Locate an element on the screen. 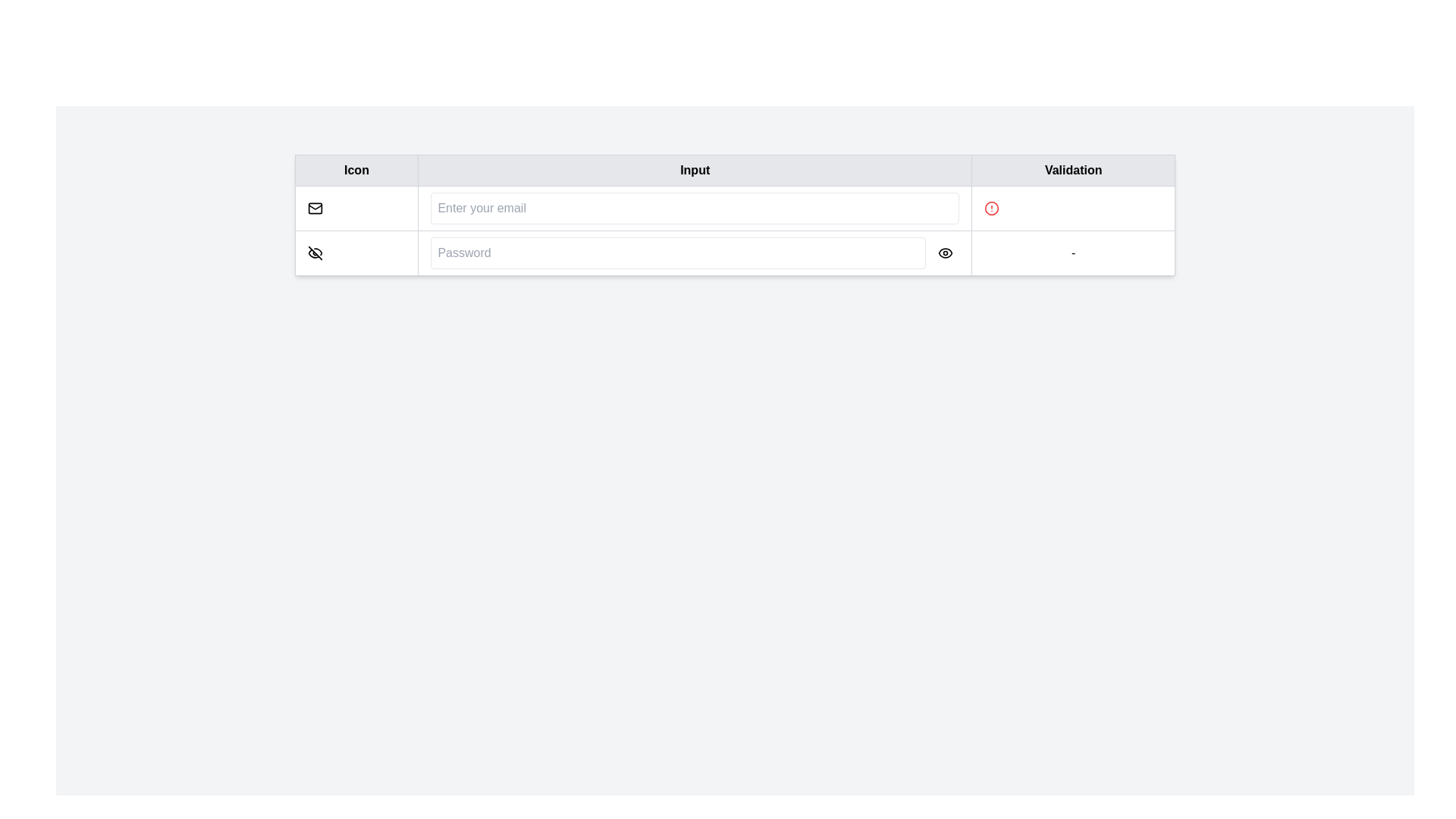  the visibility toggle icon located in the second row under the 'Icon' column of the table layout is located at coordinates (314, 253).